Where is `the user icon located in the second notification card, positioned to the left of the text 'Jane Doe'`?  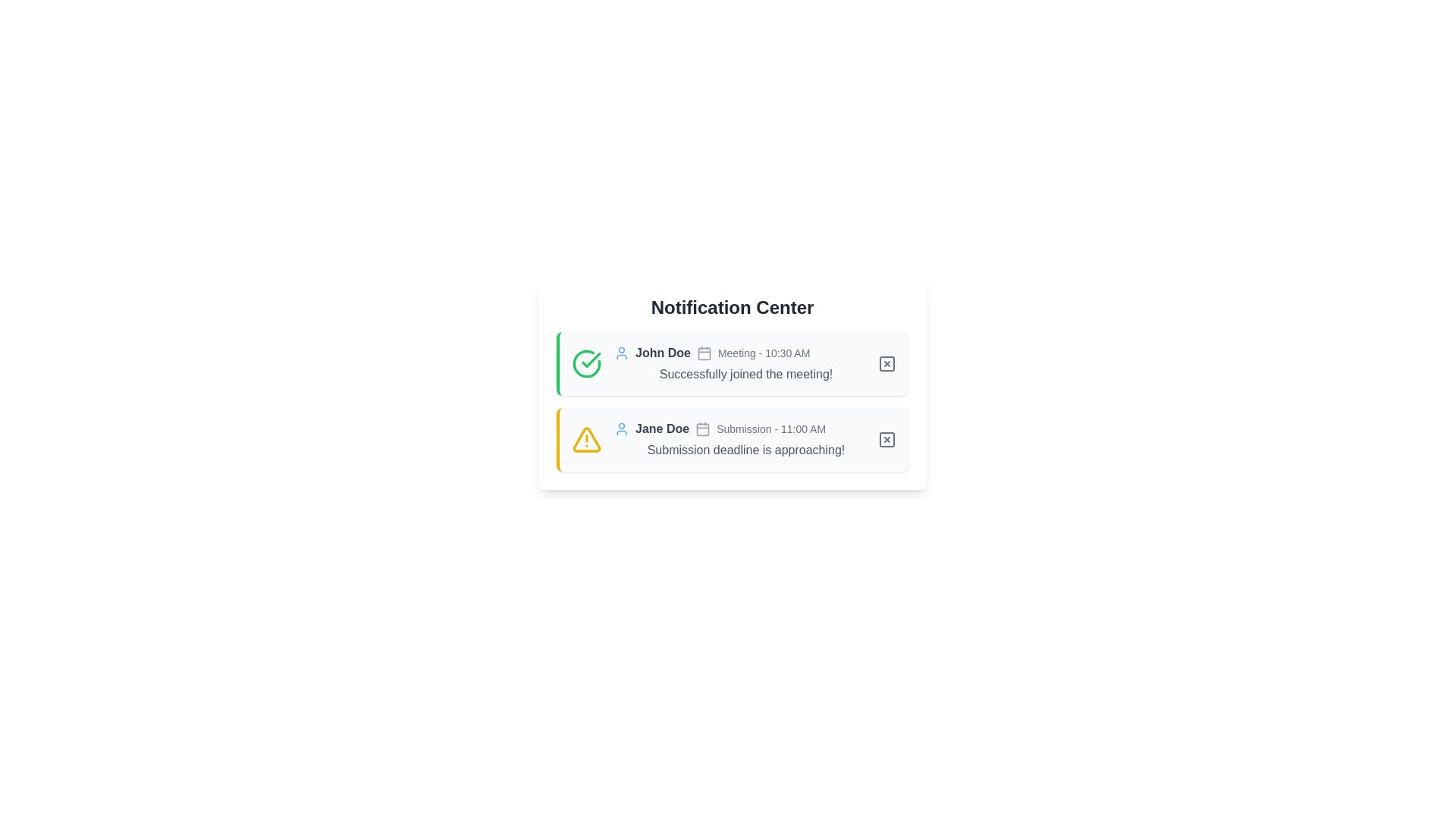
the user icon located in the second notification card, positioned to the left of the text 'Jane Doe' is located at coordinates (622, 429).